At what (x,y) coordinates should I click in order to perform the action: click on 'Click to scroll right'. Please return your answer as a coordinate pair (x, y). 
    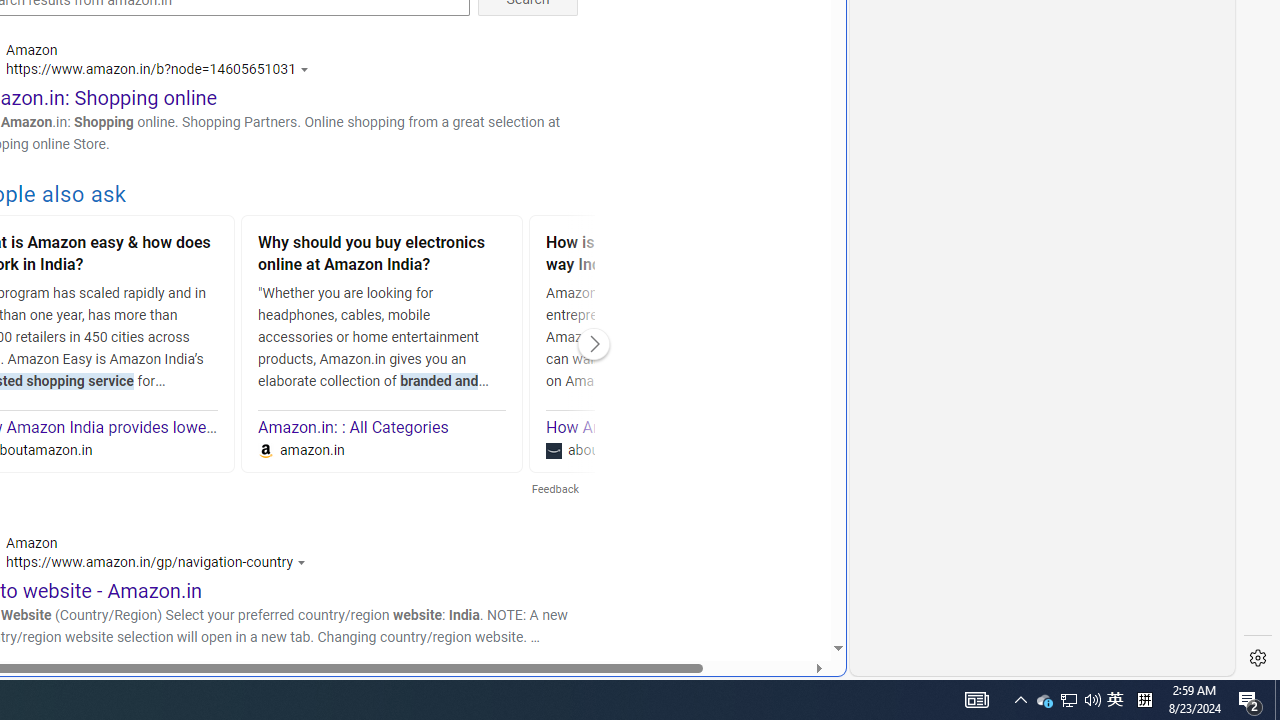
    Looking at the image, I should click on (593, 343).